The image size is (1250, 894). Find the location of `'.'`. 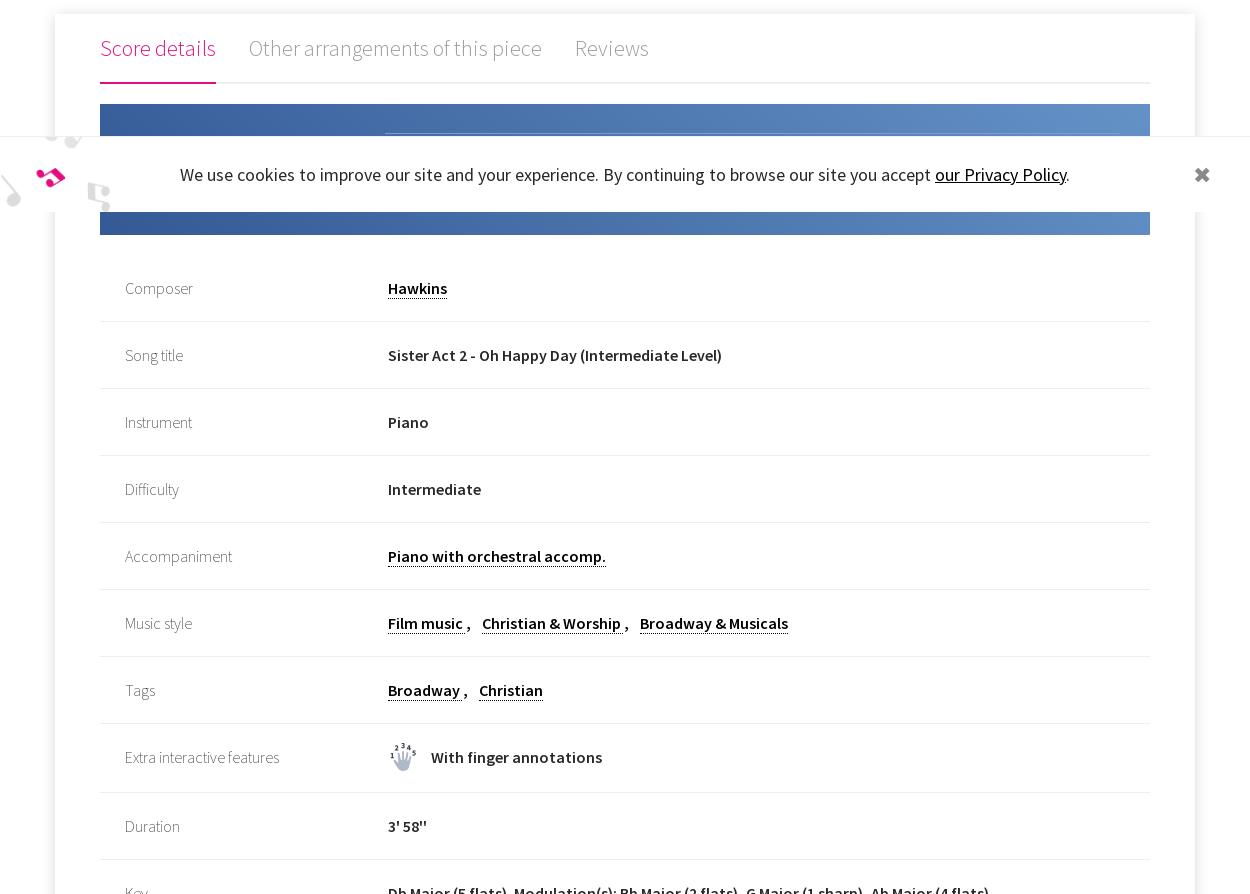

'.' is located at coordinates (1065, 174).